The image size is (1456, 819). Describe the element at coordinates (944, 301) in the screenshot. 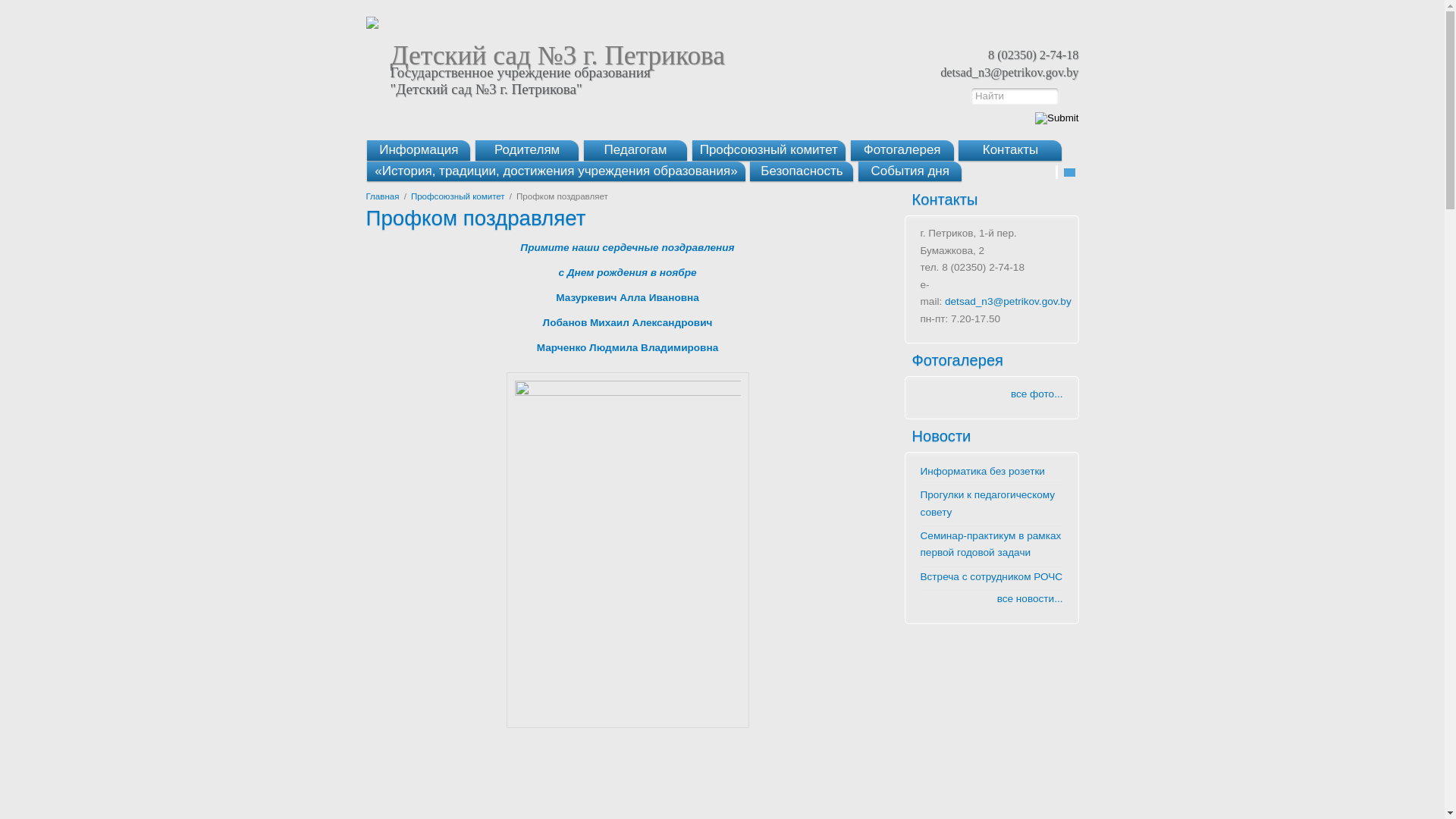

I see `'detsad_n3@petrikov.gov.by'` at that location.